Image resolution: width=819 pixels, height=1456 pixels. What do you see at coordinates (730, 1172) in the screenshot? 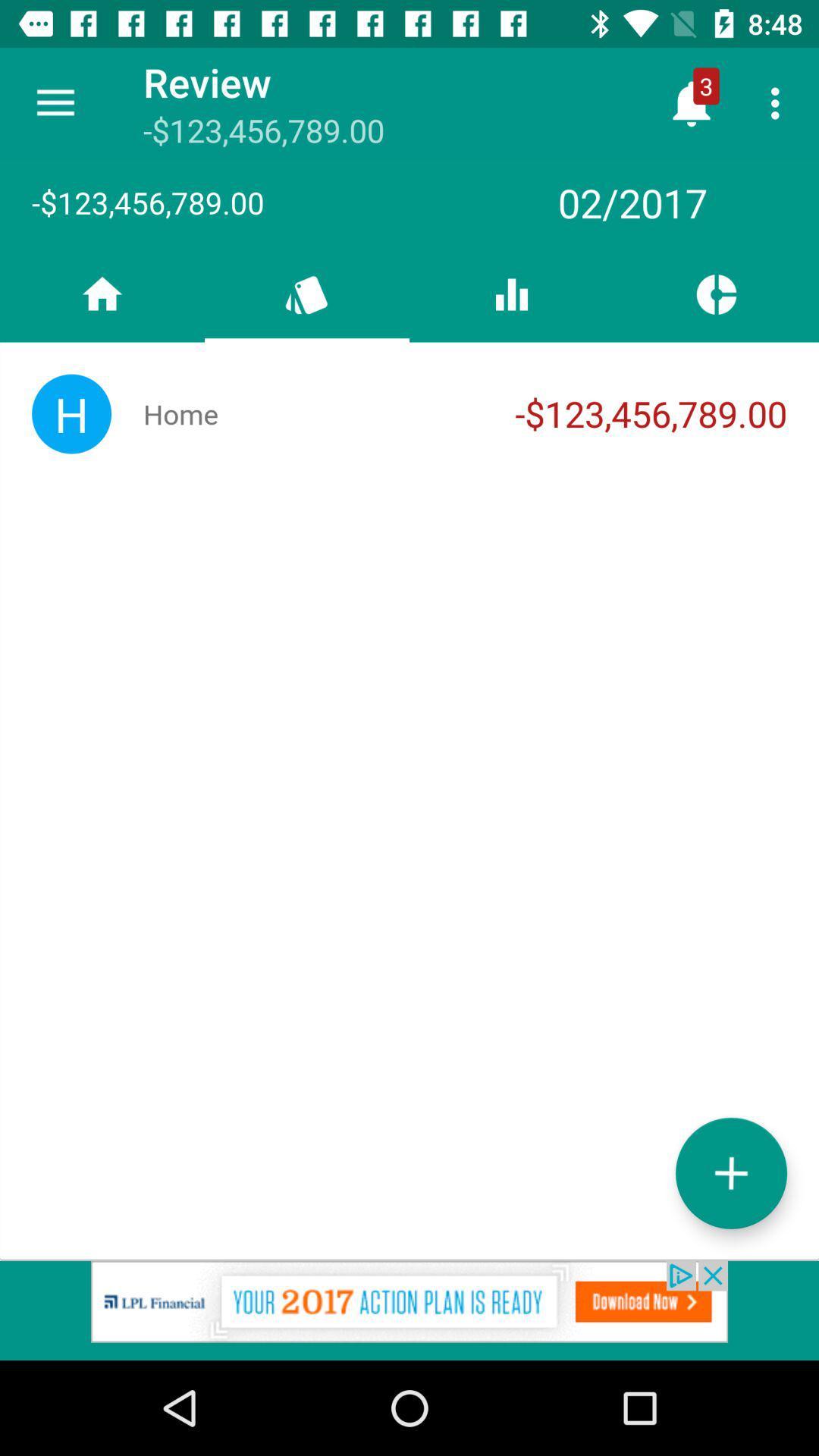
I see `increash` at bounding box center [730, 1172].